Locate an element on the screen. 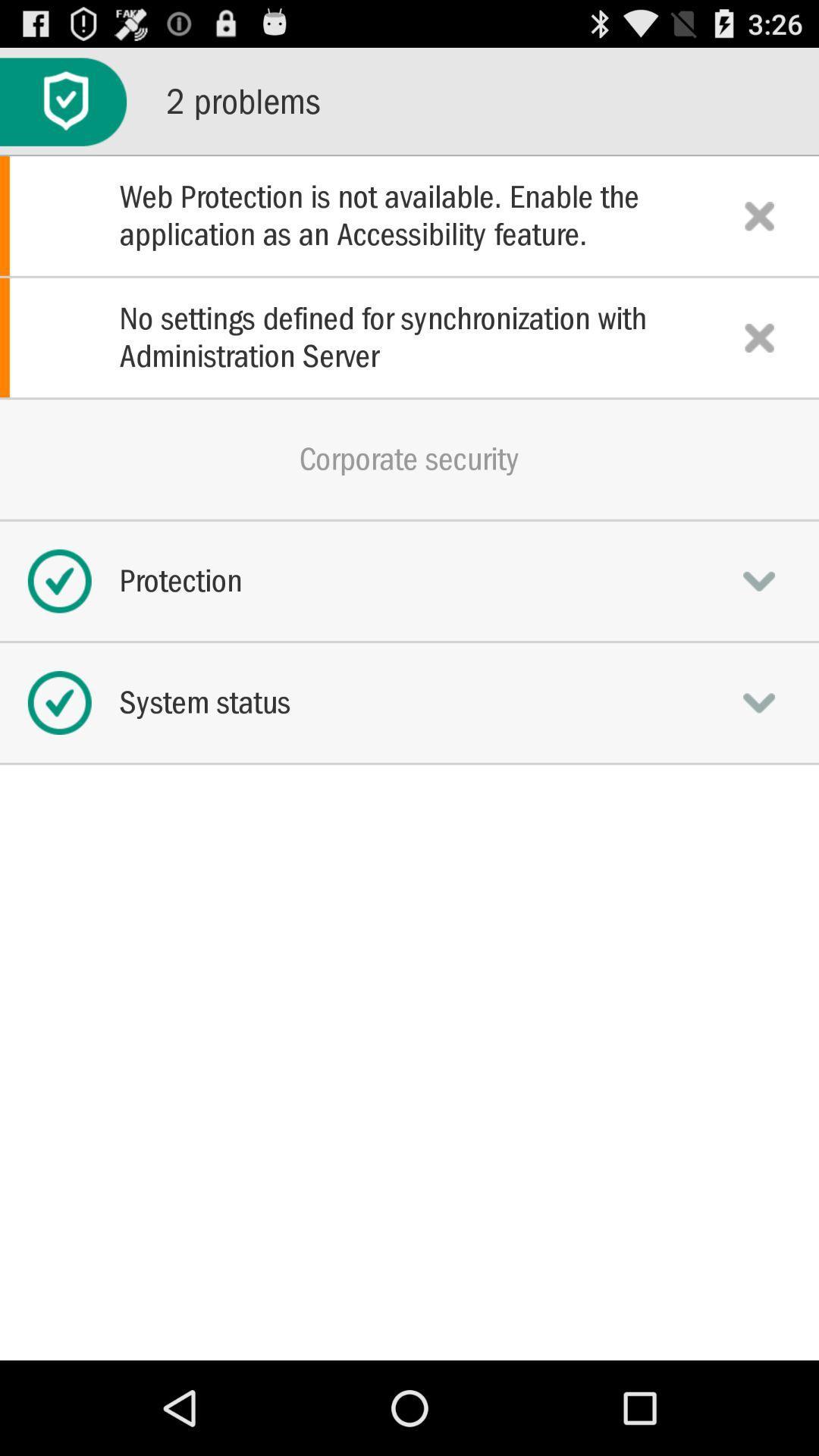 The width and height of the screenshot is (819, 1456). the web protection is icon is located at coordinates (409, 215).